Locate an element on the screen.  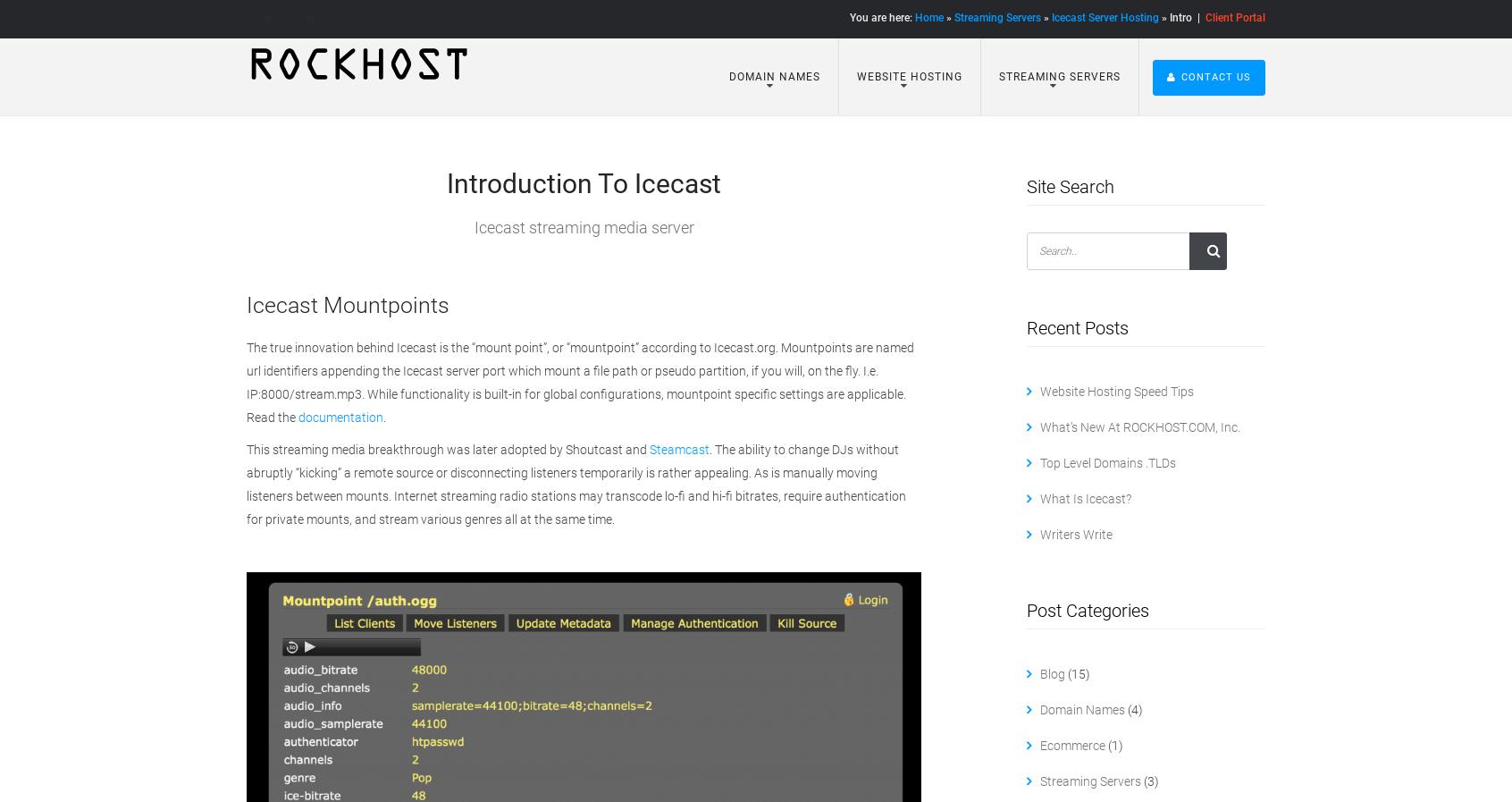
'Icecast streaming media server' is located at coordinates (583, 226).